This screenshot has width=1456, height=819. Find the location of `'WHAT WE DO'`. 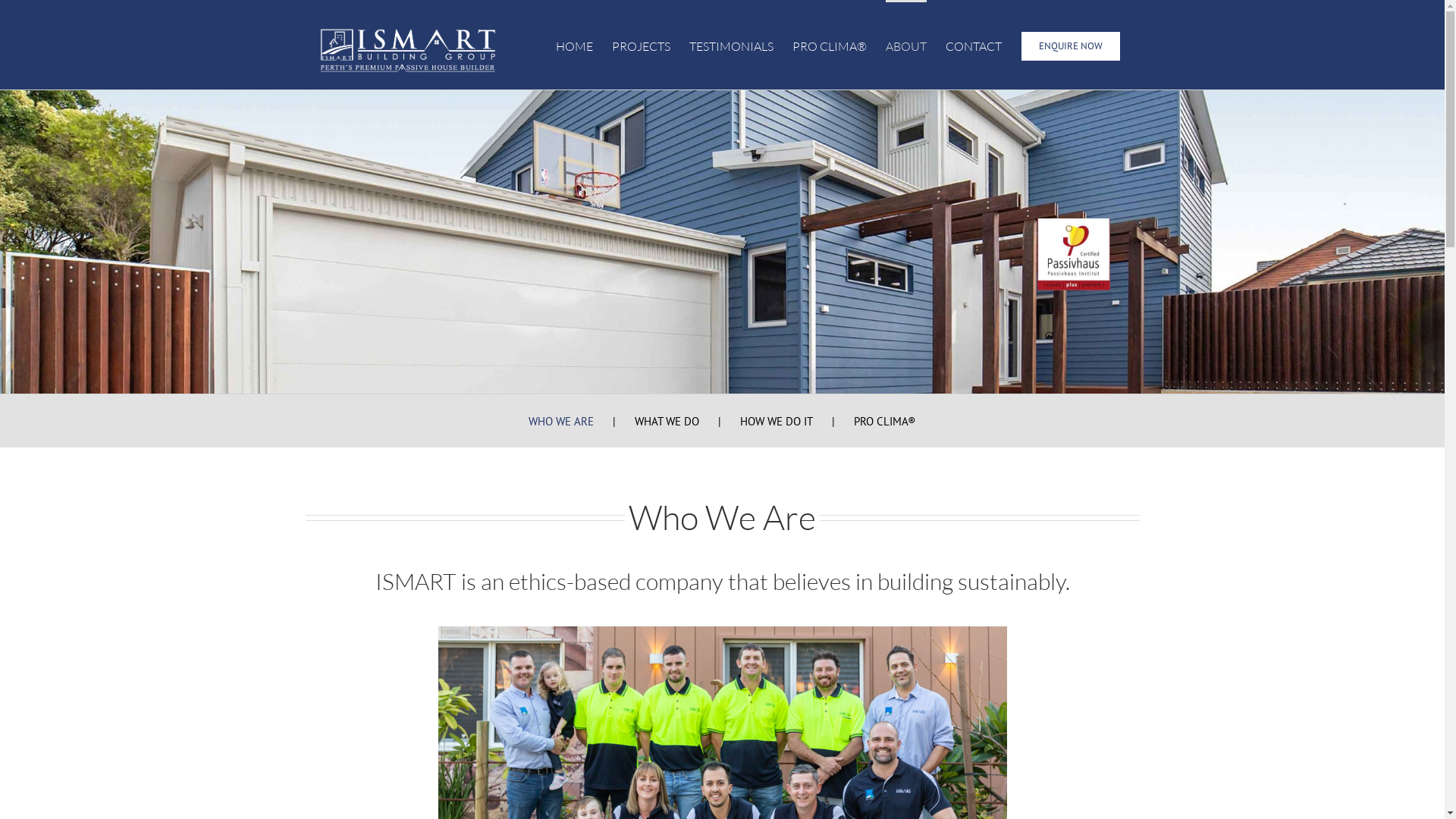

'WHAT WE DO' is located at coordinates (686, 422).